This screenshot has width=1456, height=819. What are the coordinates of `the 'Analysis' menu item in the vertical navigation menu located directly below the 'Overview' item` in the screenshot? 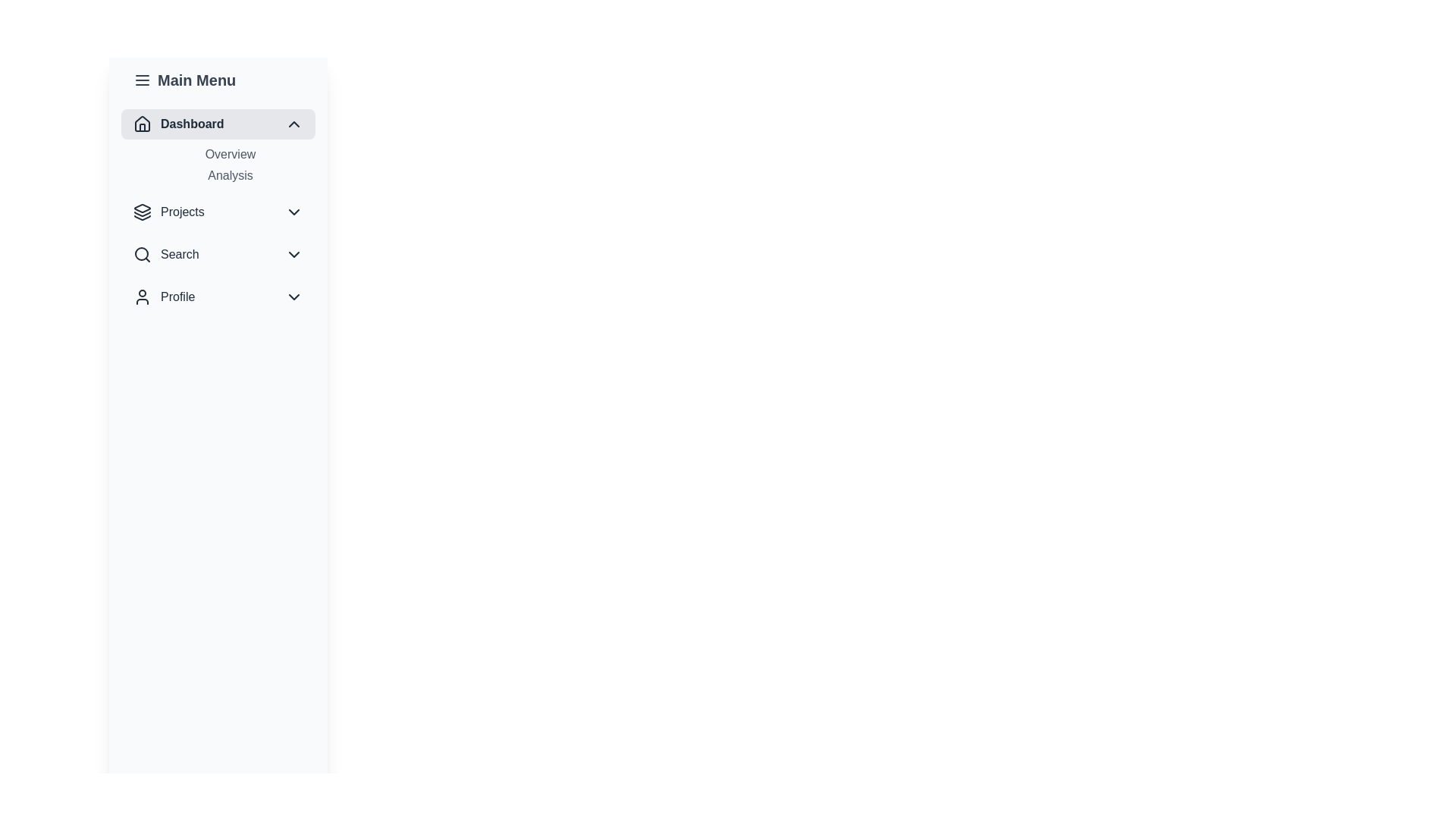 It's located at (229, 174).